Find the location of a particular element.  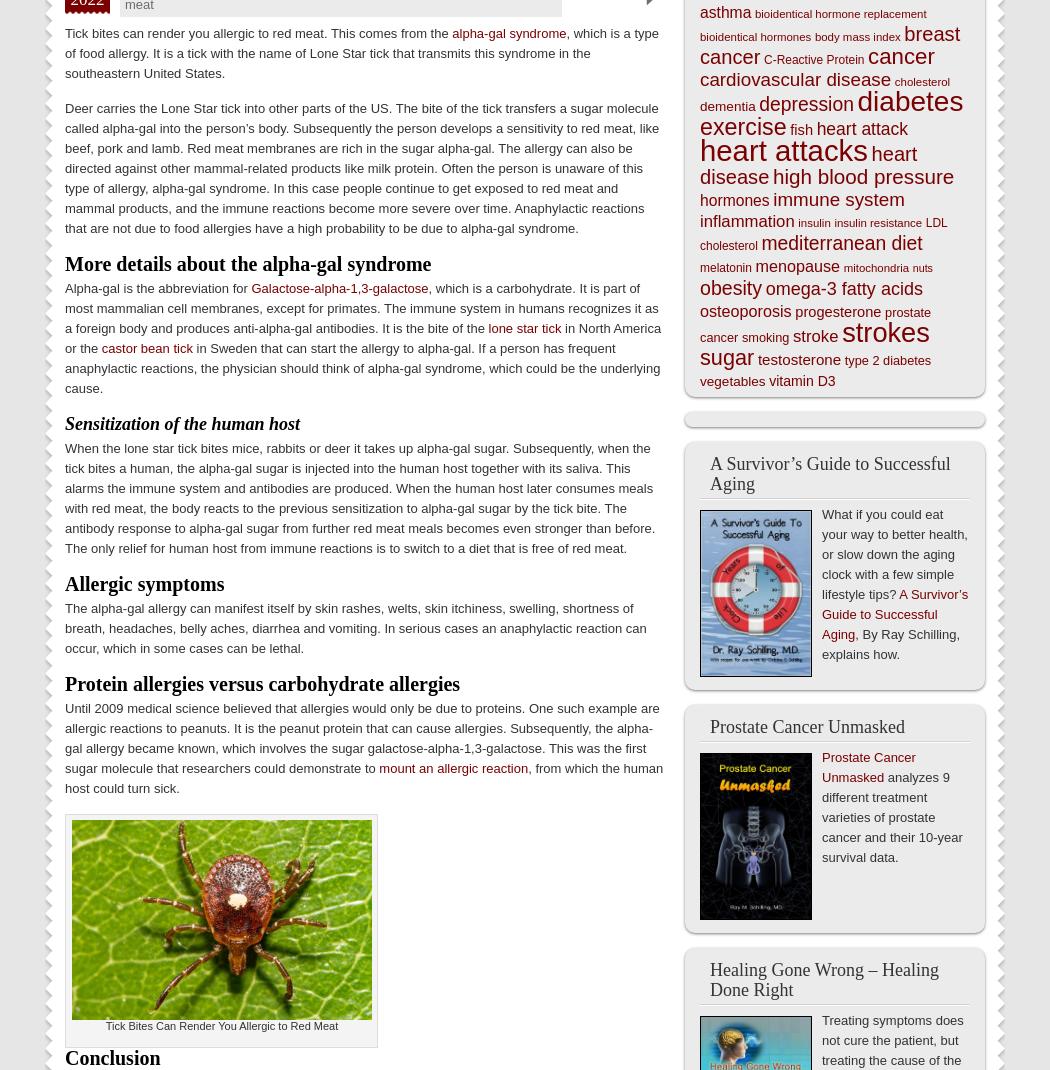

'immune system' is located at coordinates (838, 198).